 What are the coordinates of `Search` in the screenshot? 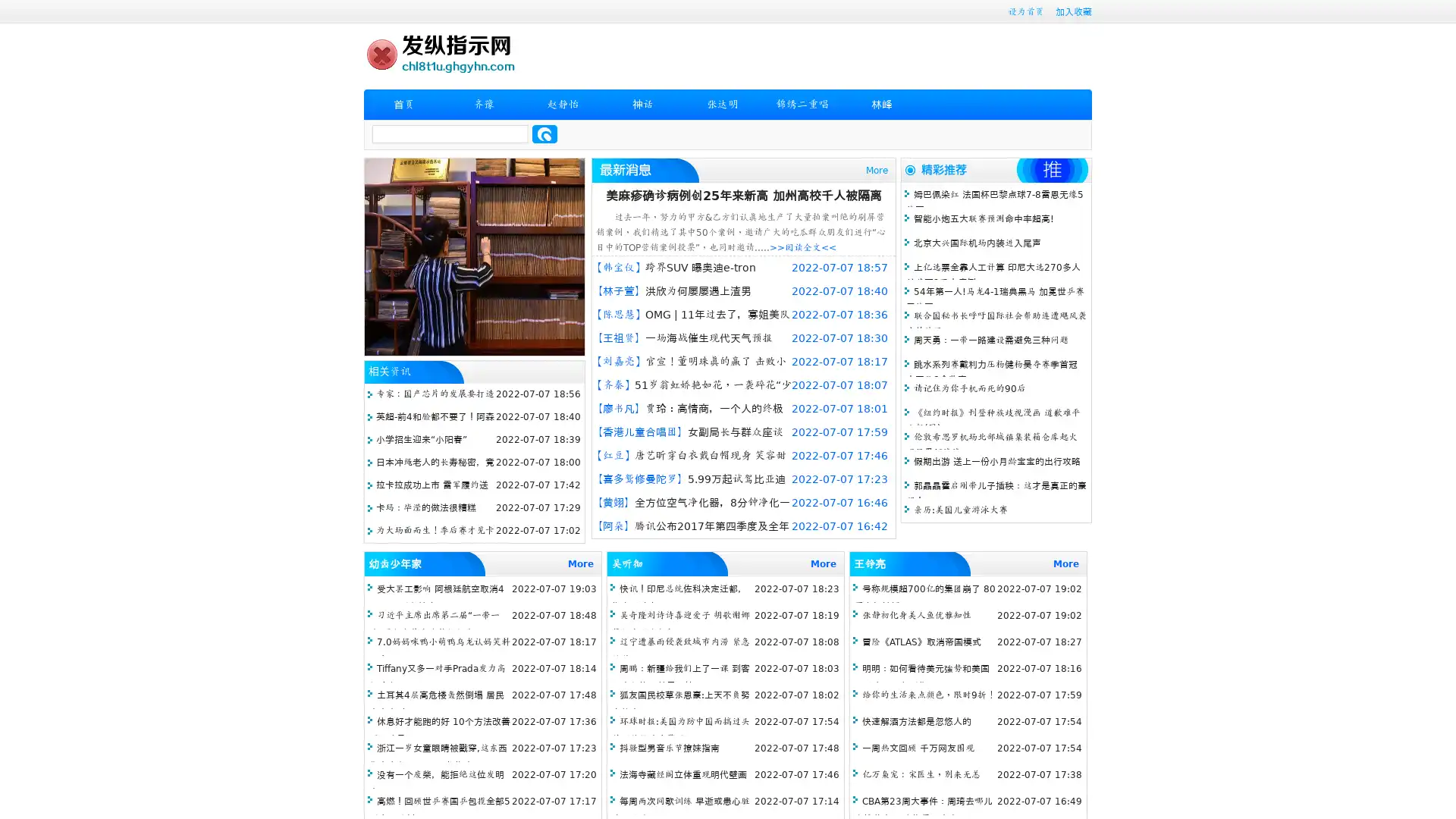 It's located at (544, 133).